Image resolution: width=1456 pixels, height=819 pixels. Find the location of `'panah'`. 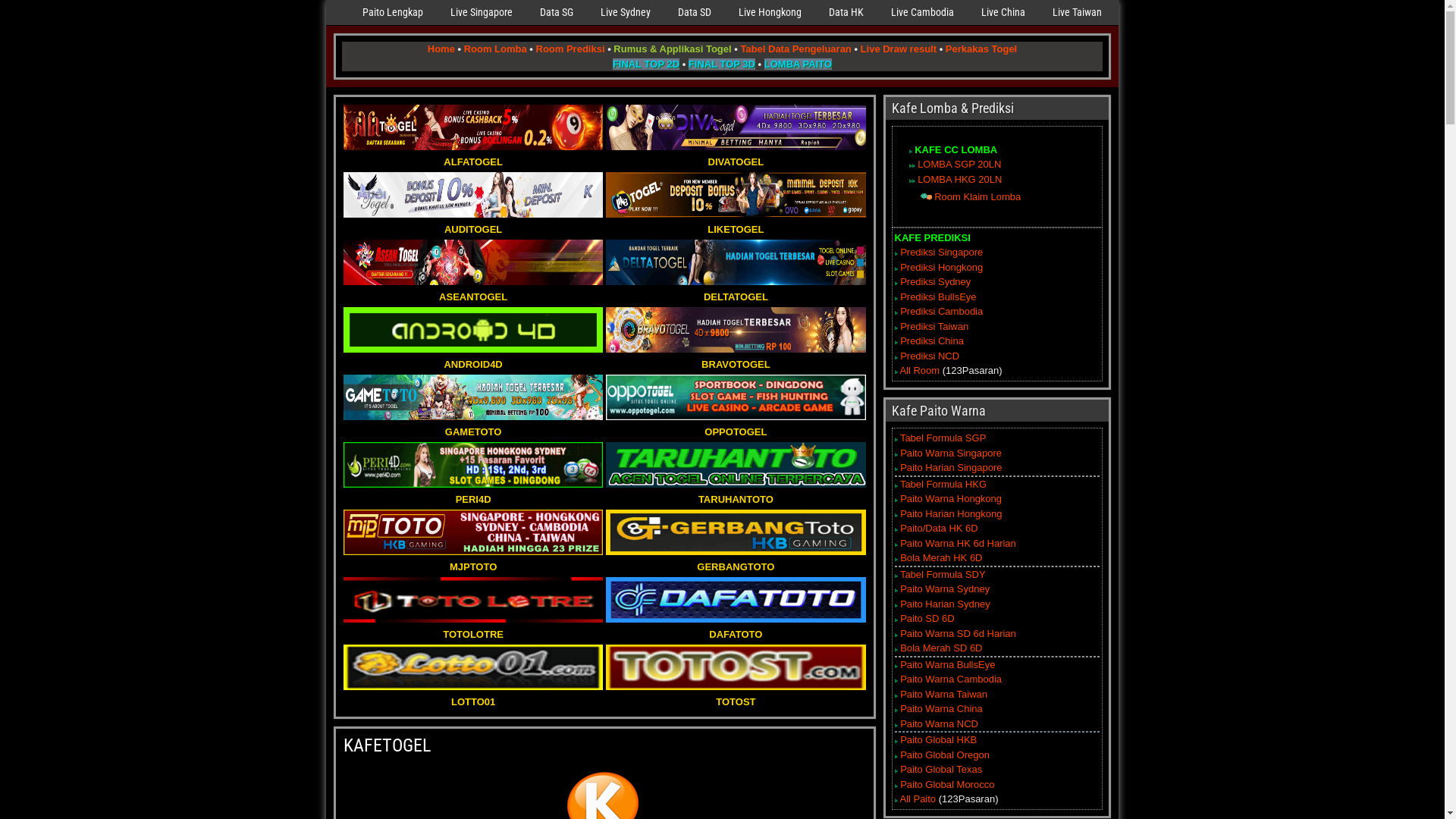

'panah' is located at coordinates (910, 180).